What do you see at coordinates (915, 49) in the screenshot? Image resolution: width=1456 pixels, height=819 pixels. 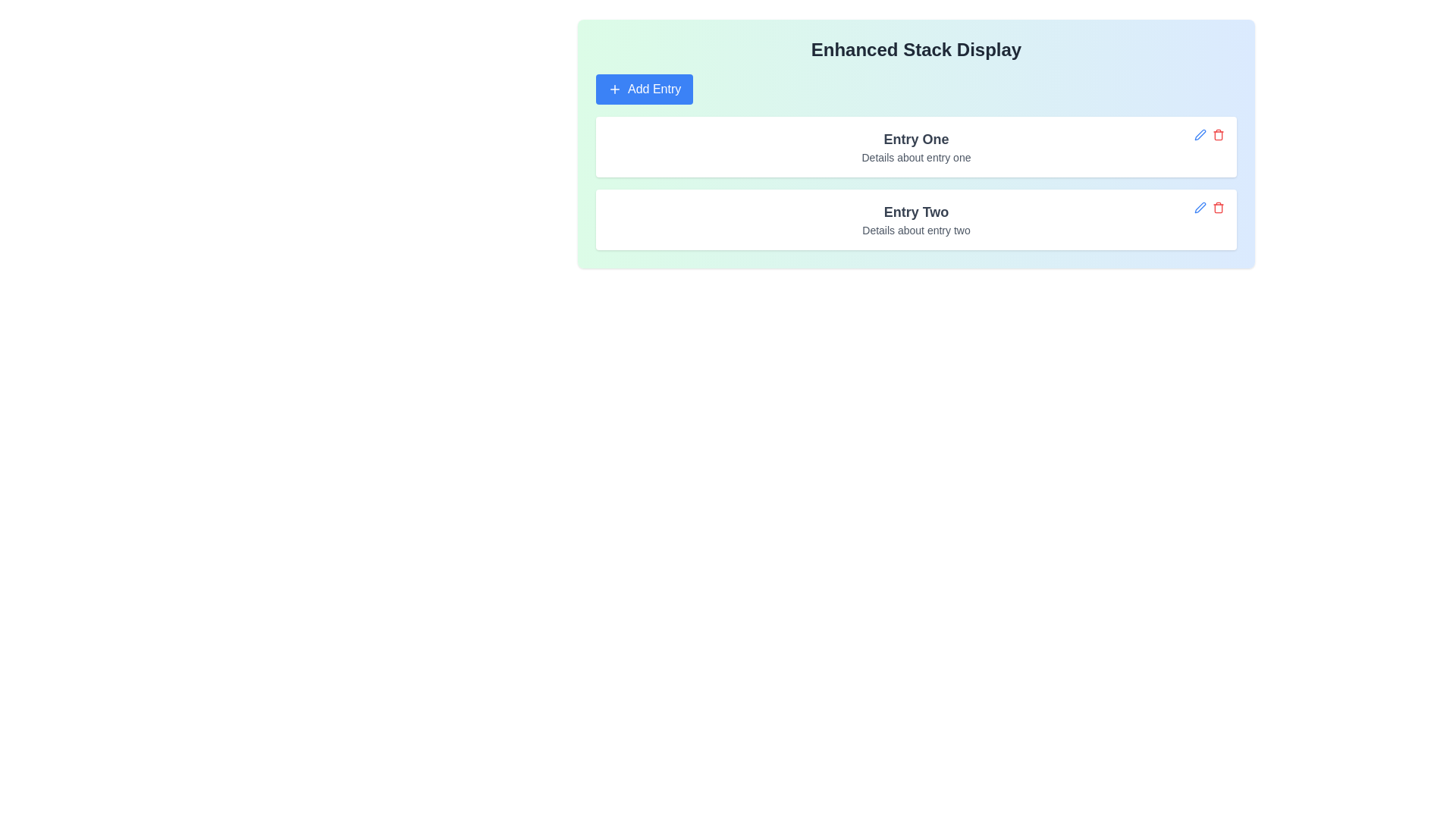 I see `the header text element displaying 'Enhanced Stack Display', which is styled in bold large font and positioned at the top of the card-like section` at bounding box center [915, 49].